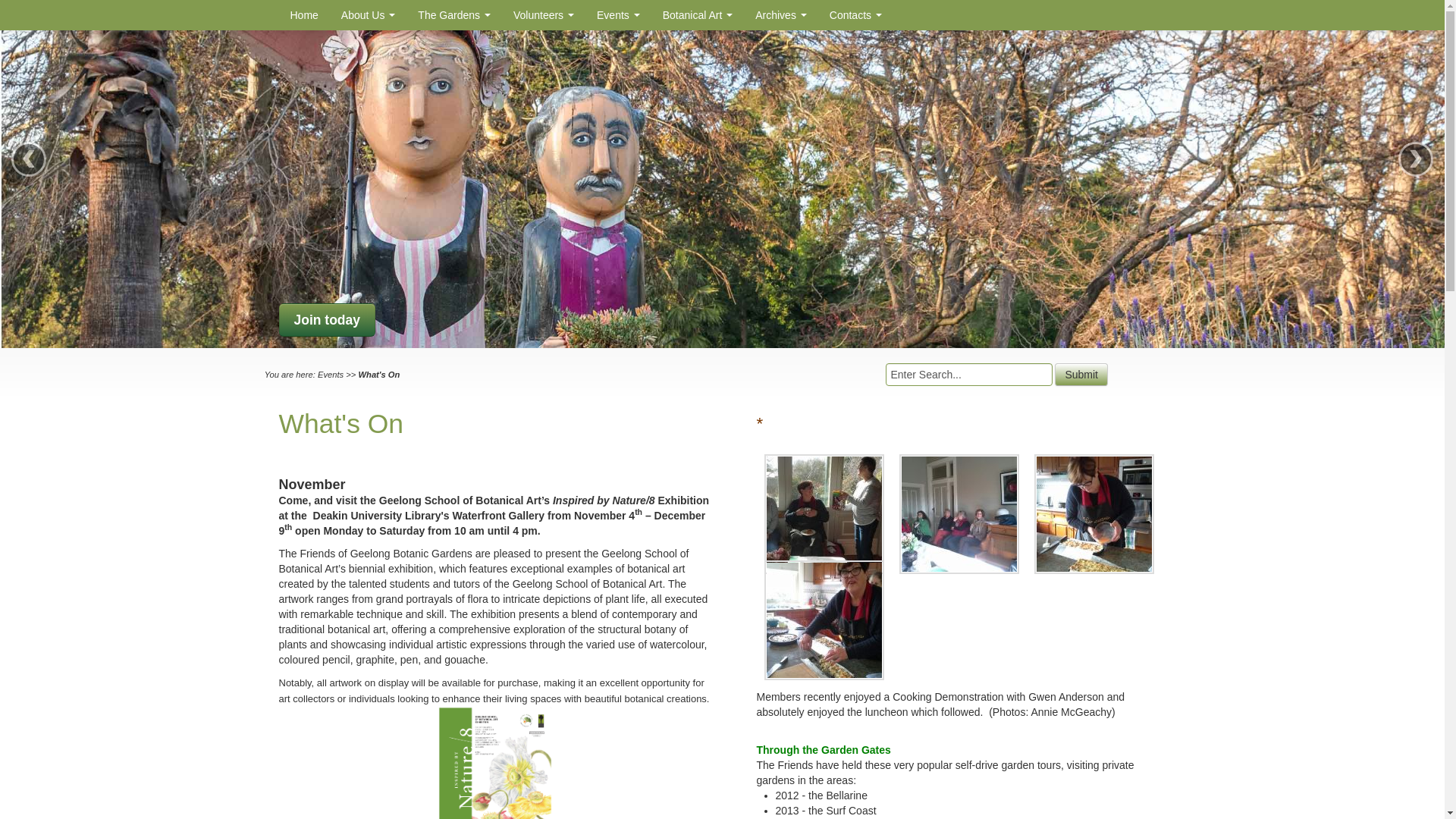 The height and width of the screenshot is (819, 1456). I want to click on 'Events', so click(618, 14).